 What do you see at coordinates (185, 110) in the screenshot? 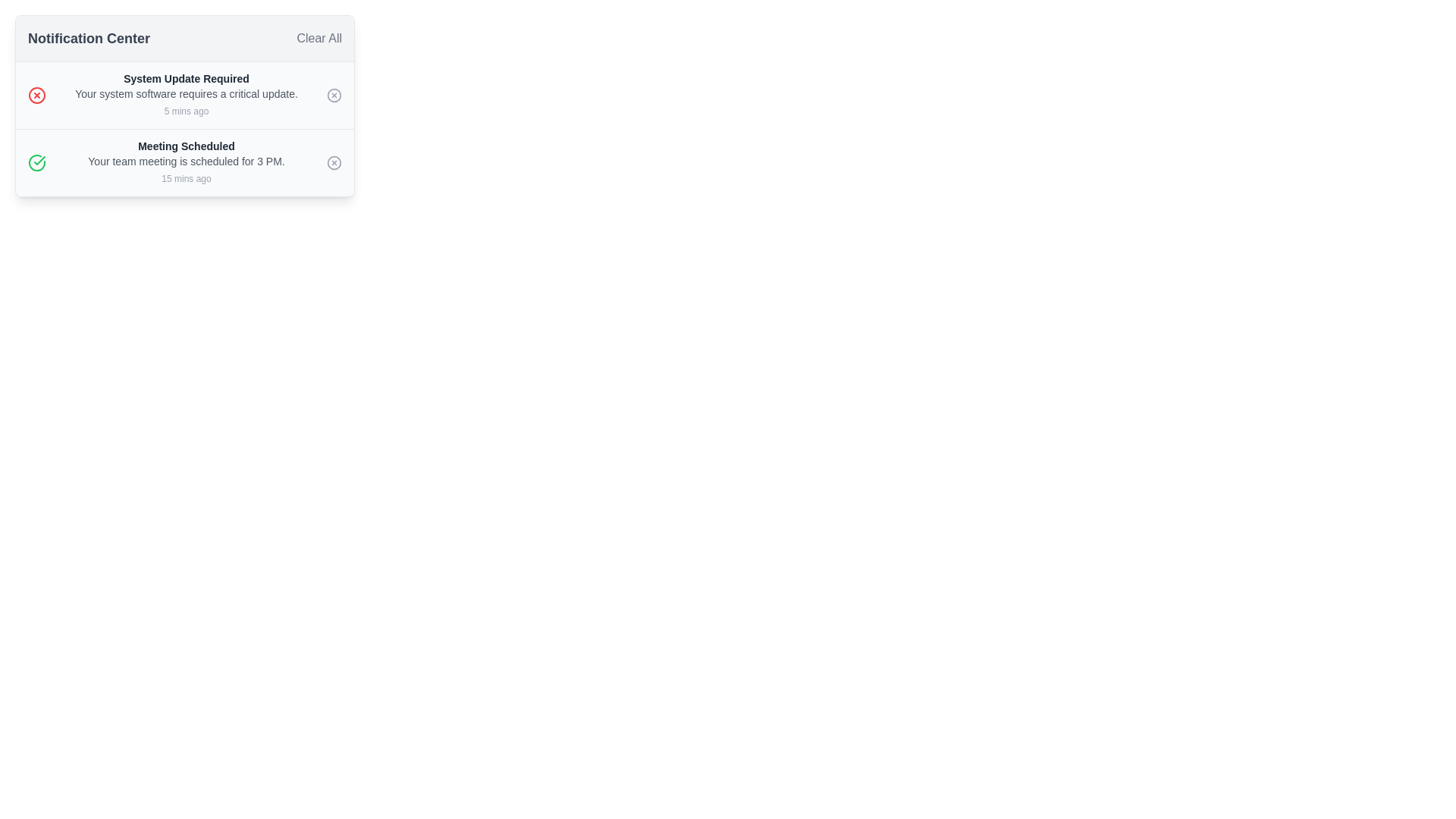
I see `the timestamp text label that indicates when an event occurred, positioned beneath the text 'Your system software requires a critical update.' and the title 'System Update Required'` at bounding box center [185, 110].